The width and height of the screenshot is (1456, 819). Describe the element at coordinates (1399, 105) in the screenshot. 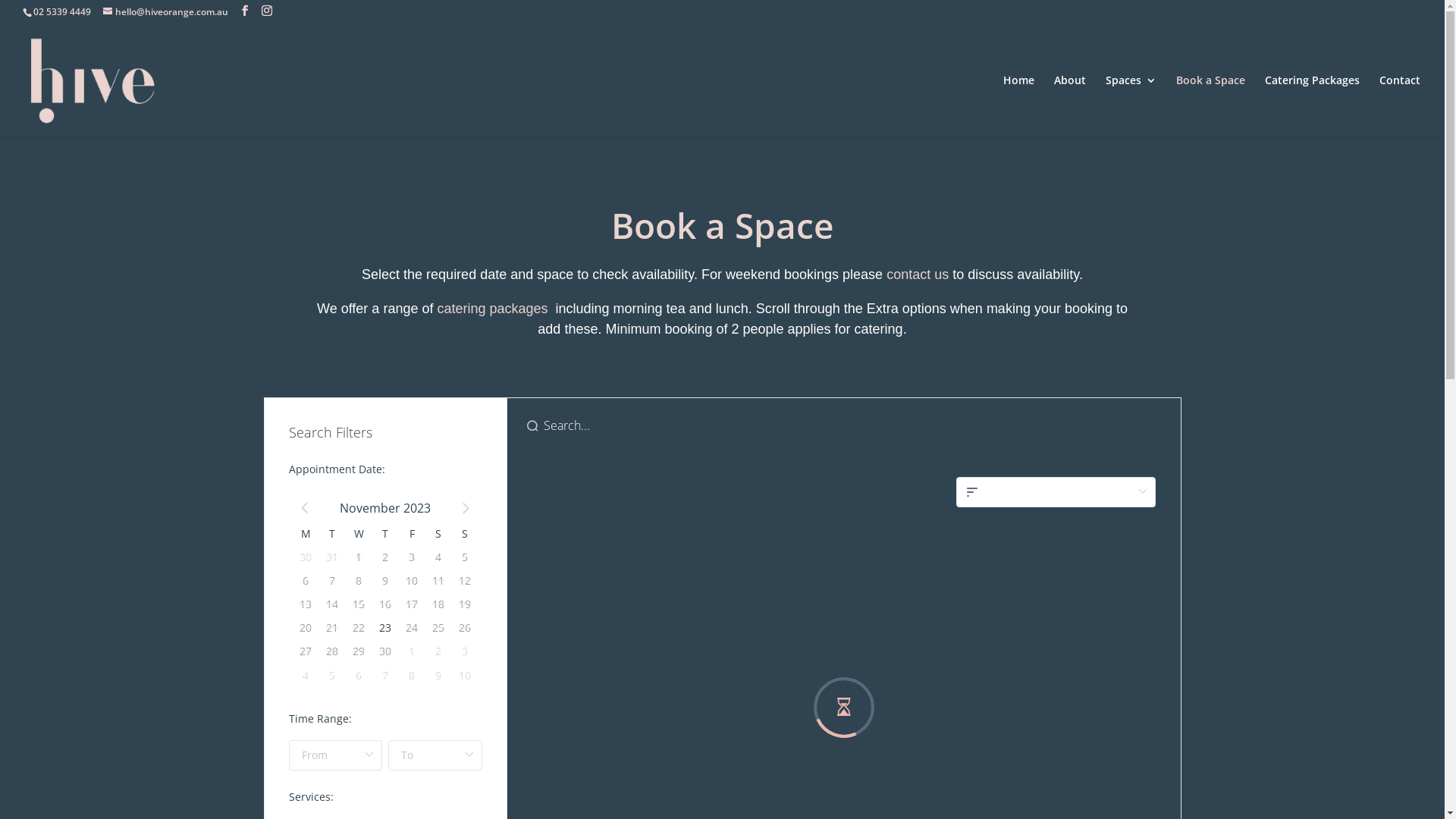

I see `'Contact'` at that location.